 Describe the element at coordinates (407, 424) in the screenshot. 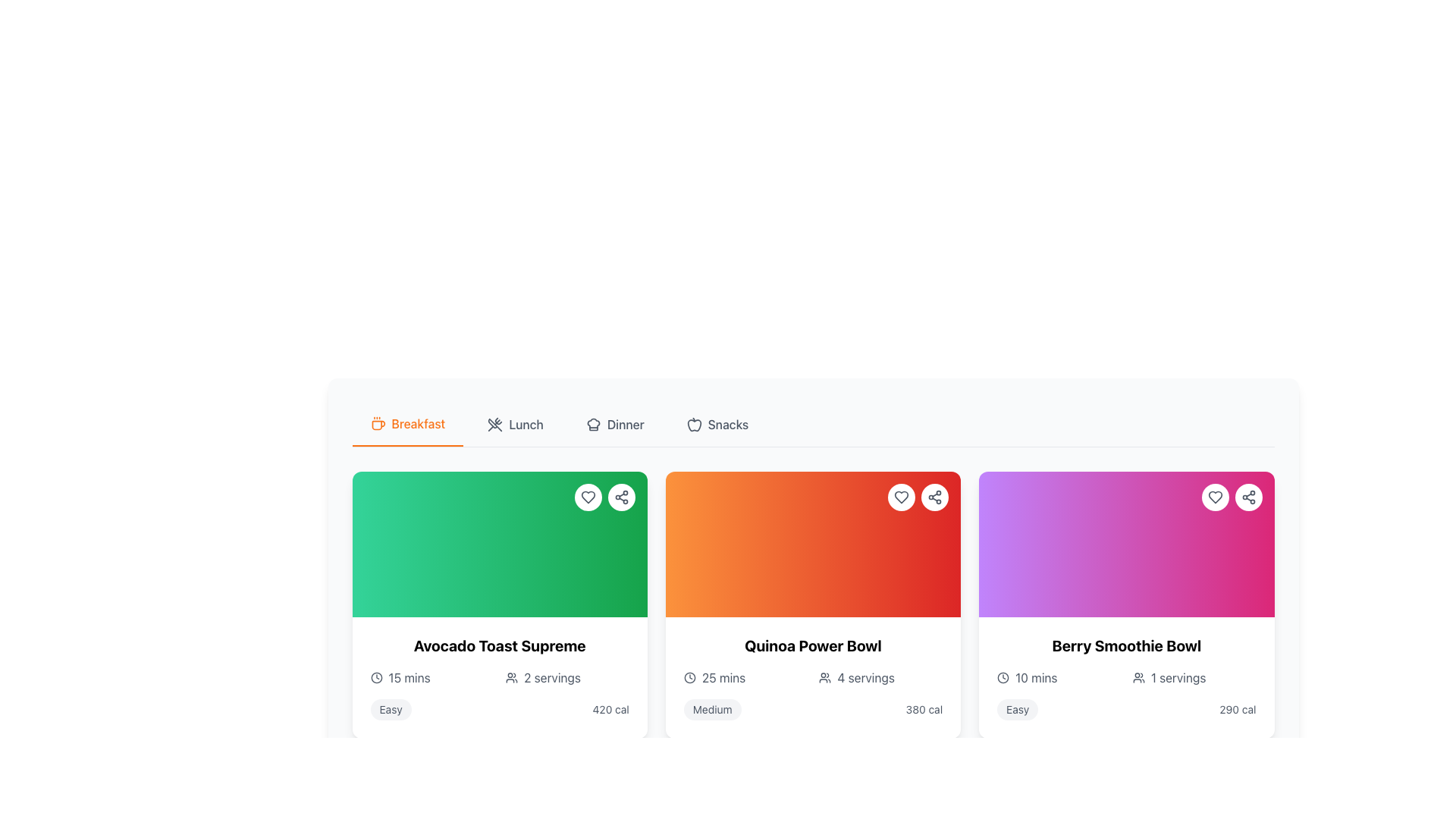

I see `the 'Breakfast' interactive button, which features a coffee cup icon and an orange label, located in the upper-left section of the navigation bar` at that location.